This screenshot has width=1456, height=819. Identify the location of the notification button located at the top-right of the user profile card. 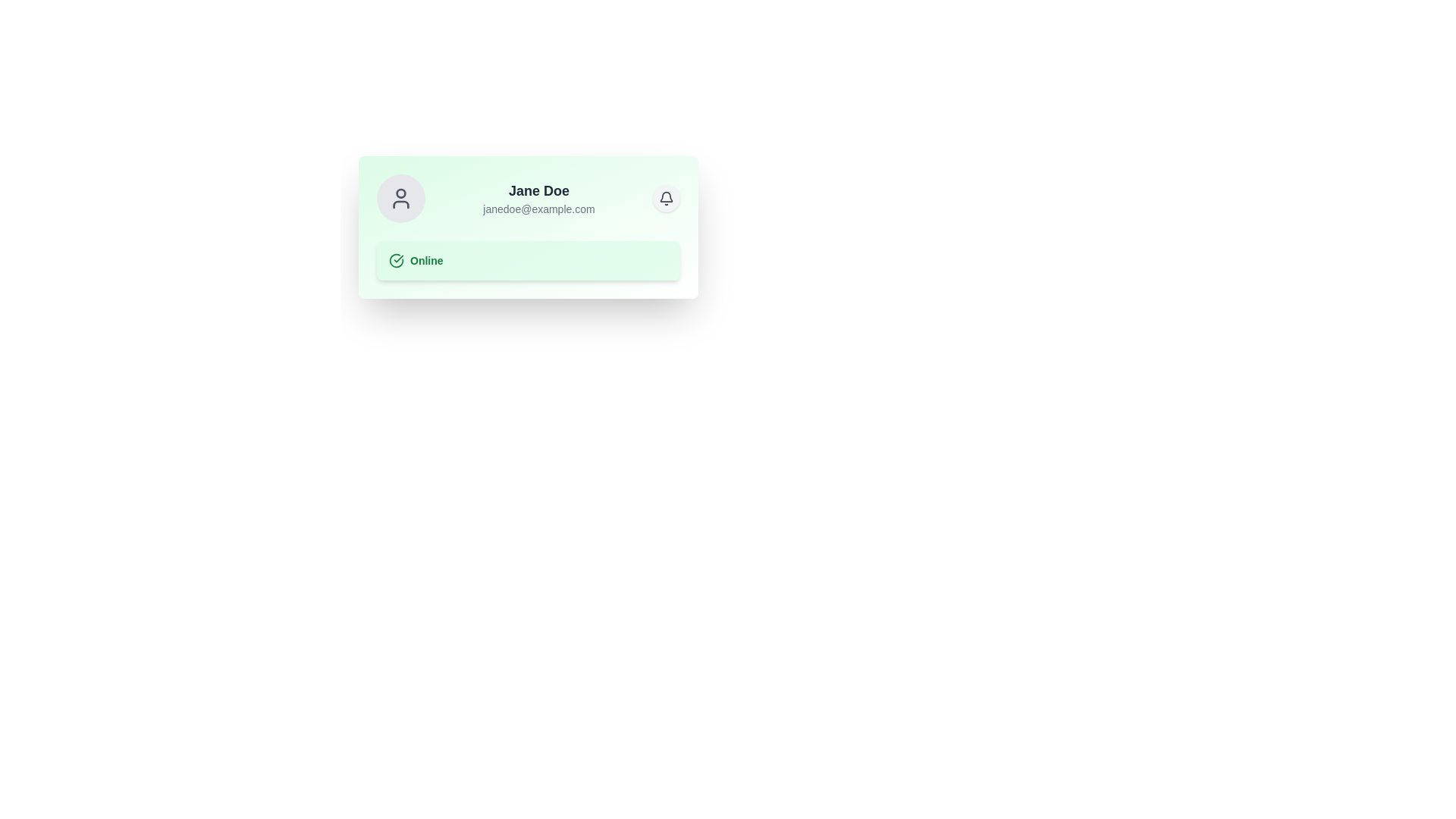
(666, 198).